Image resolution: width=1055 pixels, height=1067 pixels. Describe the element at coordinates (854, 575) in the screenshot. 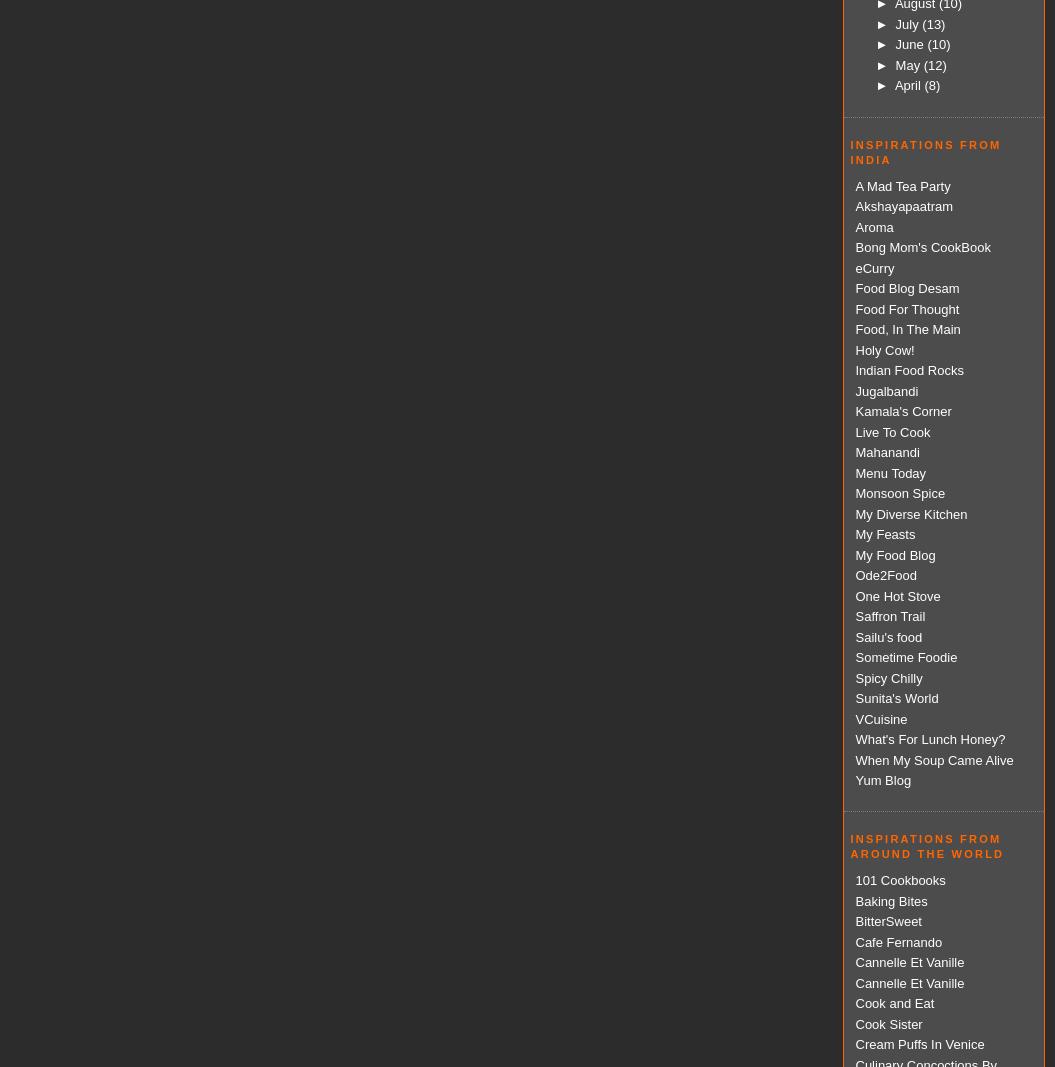

I see `'Ode2Food'` at that location.